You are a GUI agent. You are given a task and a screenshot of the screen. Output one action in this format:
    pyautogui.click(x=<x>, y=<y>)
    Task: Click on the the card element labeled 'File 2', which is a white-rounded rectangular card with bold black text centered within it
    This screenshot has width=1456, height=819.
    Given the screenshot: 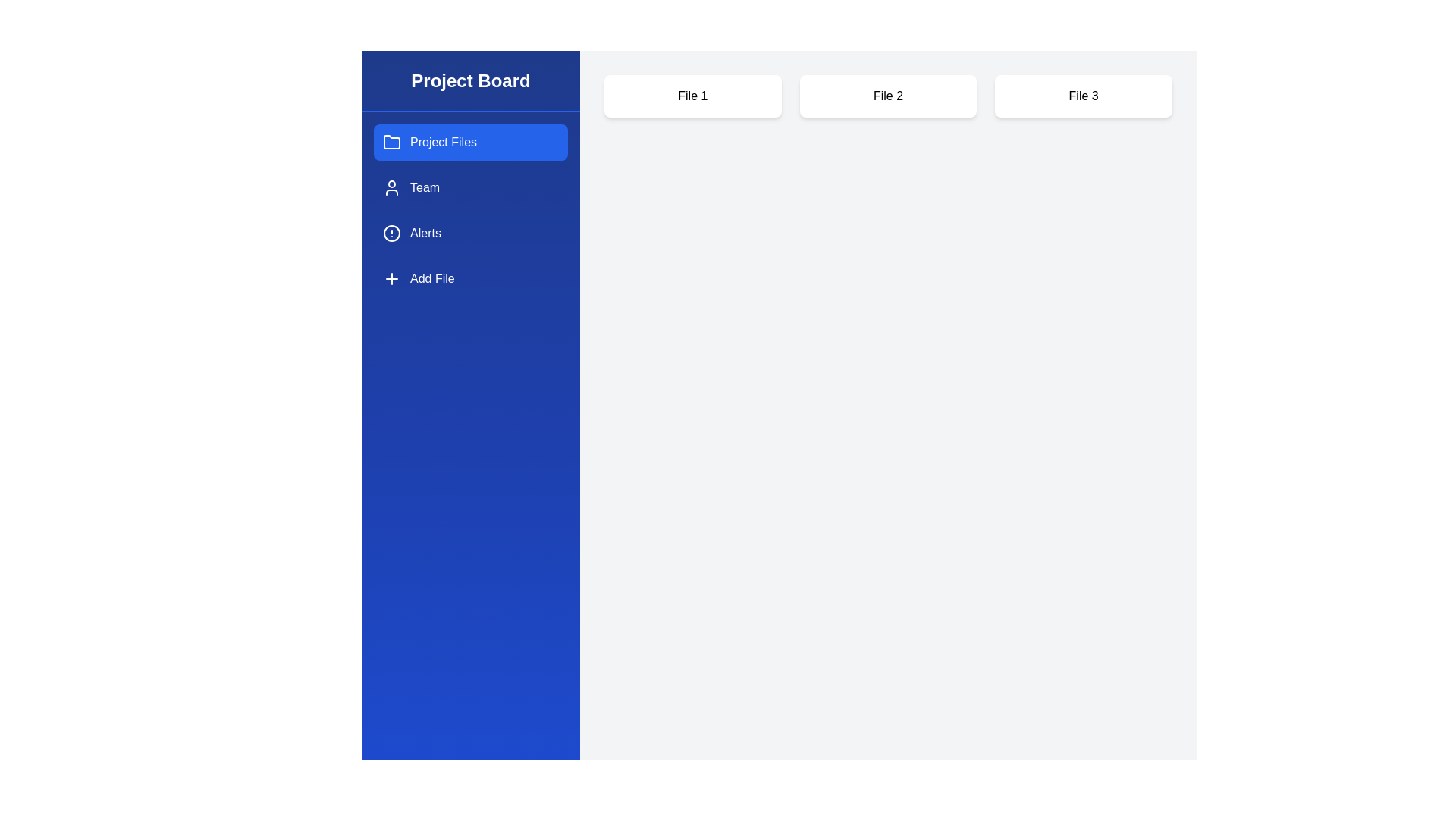 What is the action you would take?
    pyautogui.click(x=888, y=96)
    